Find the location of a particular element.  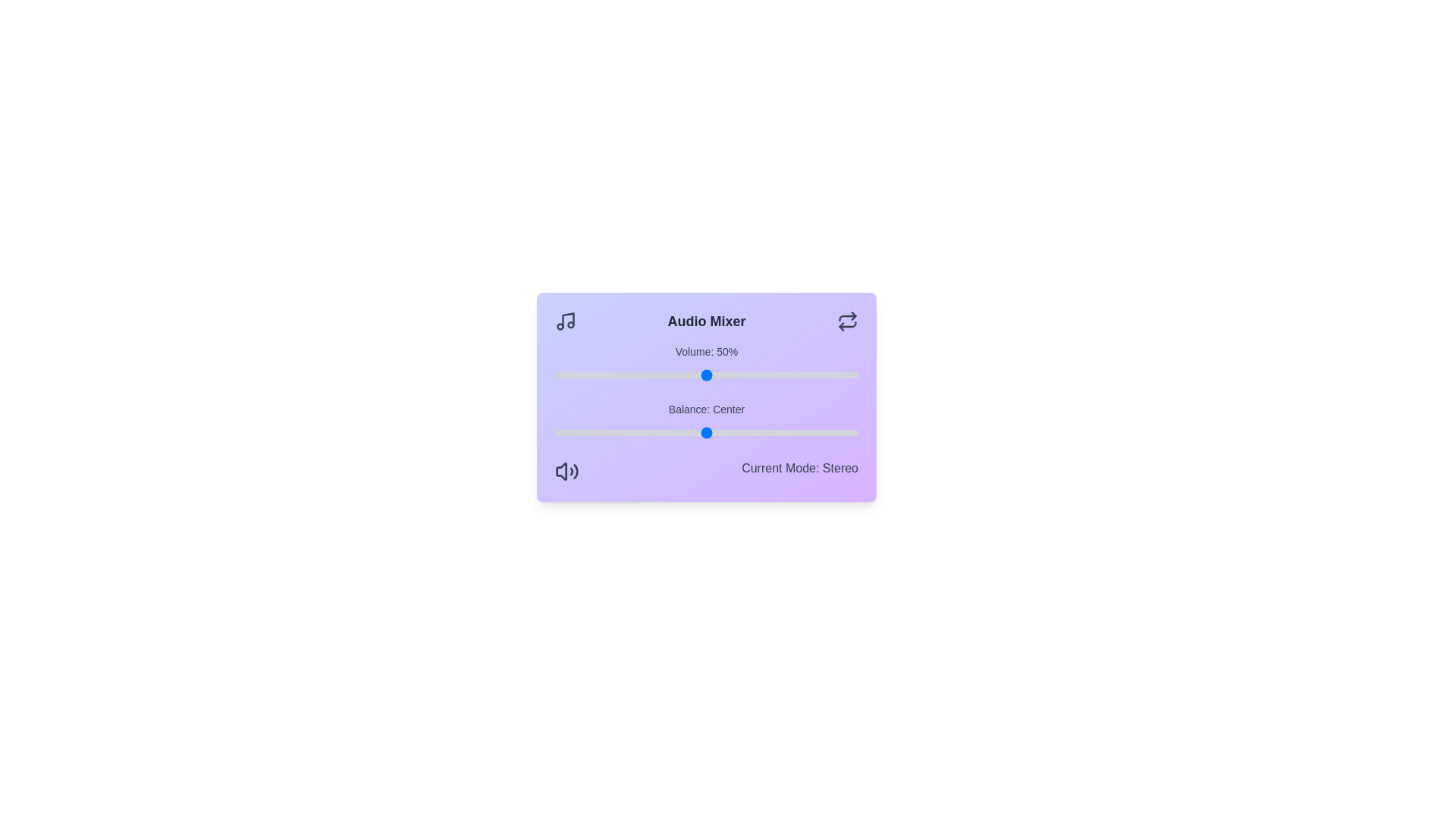

the balance slider to -48 value is located at coordinates (560, 432).